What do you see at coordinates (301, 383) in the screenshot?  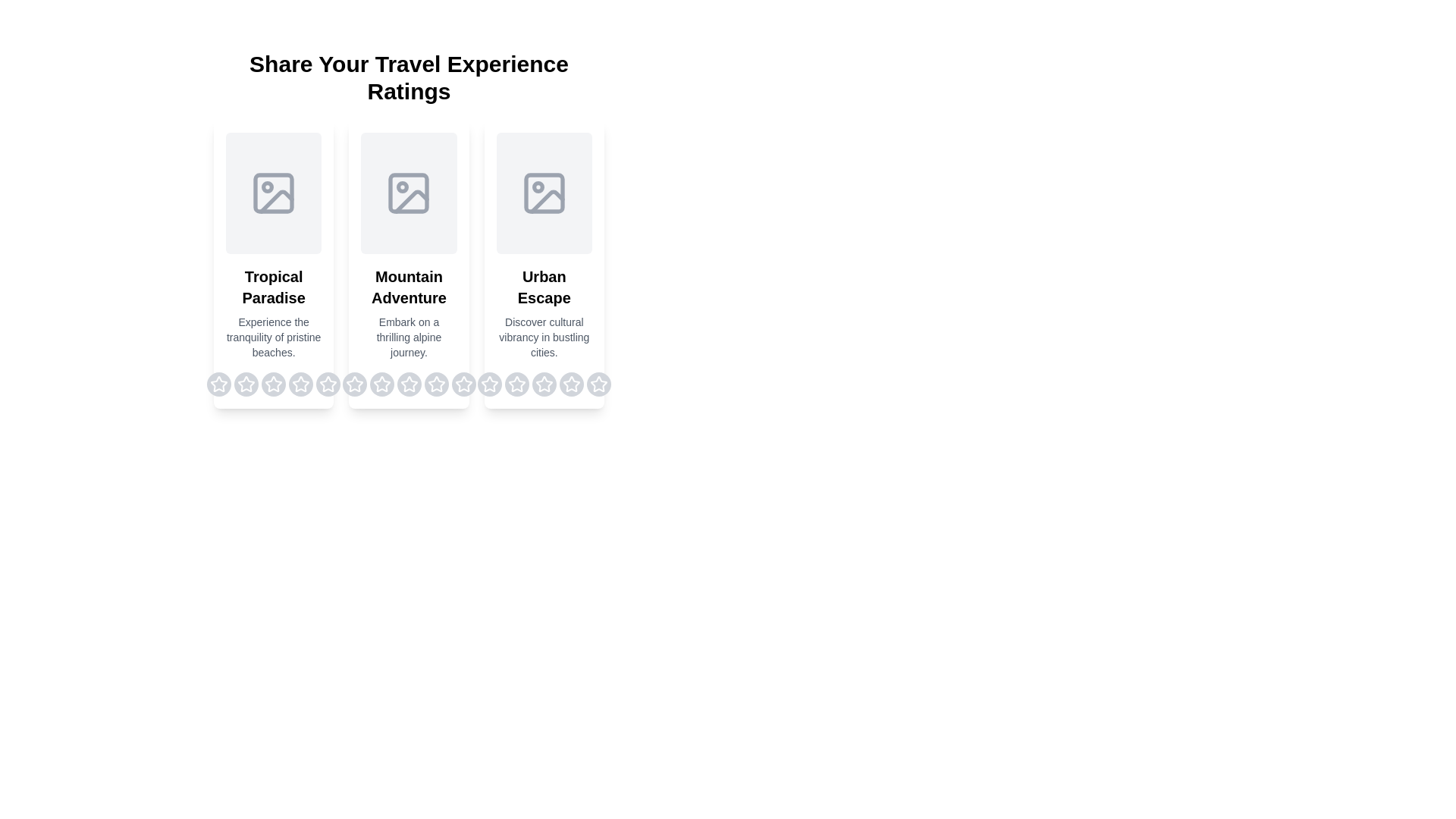 I see `the rating for a destination to 4 stars by clicking on the corresponding star for the destination Tropical Paradise` at bounding box center [301, 383].